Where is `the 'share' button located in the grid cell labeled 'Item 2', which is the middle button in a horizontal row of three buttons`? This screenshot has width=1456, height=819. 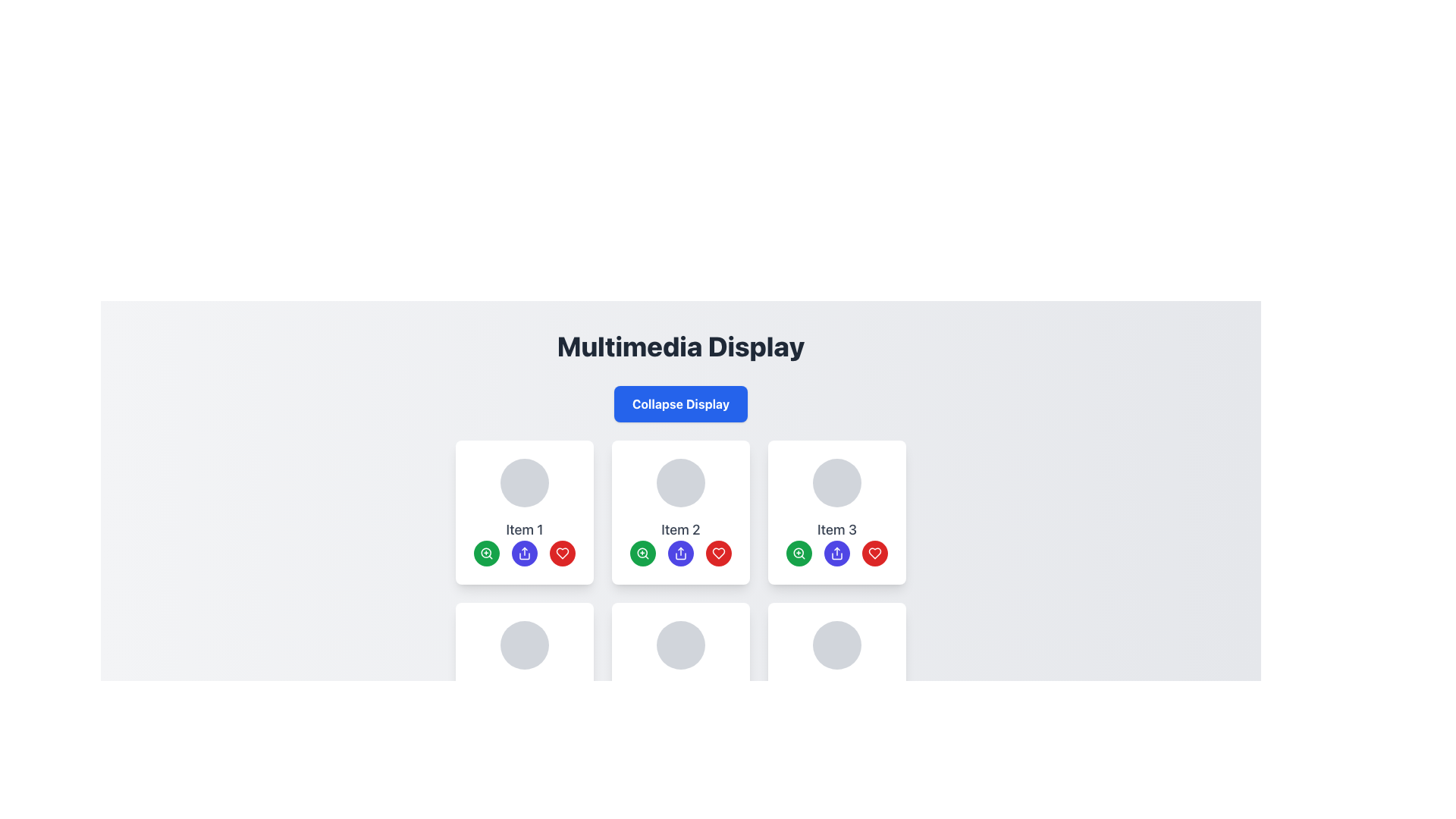
the 'share' button located in the grid cell labeled 'Item 2', which is the middle button in a horizontal row of three buttons is located at coordinates (679, 553).